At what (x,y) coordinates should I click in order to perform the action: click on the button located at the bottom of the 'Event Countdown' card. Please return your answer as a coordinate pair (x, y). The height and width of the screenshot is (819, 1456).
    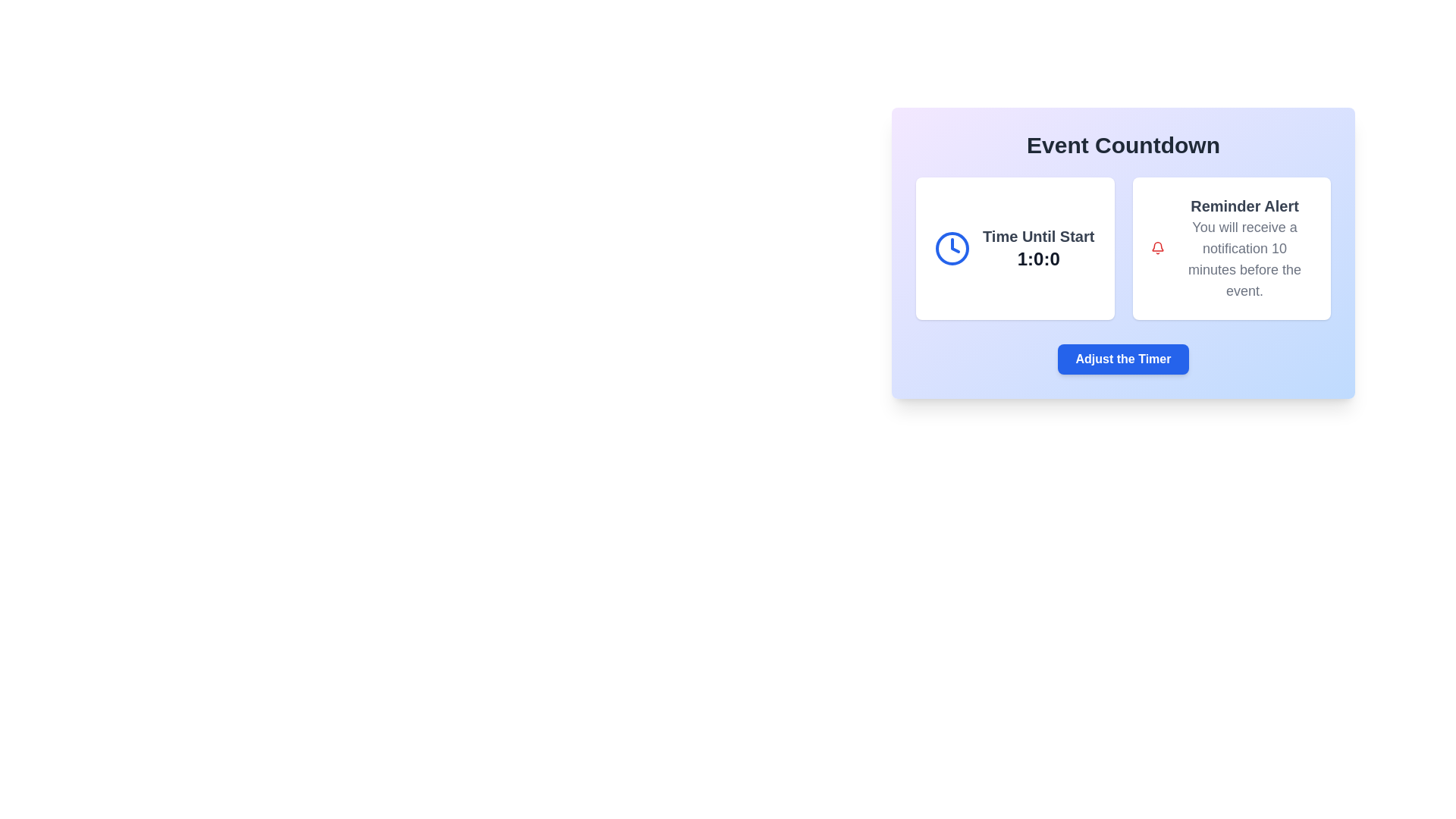
    Looking at the image, I should click on (1123, 359).